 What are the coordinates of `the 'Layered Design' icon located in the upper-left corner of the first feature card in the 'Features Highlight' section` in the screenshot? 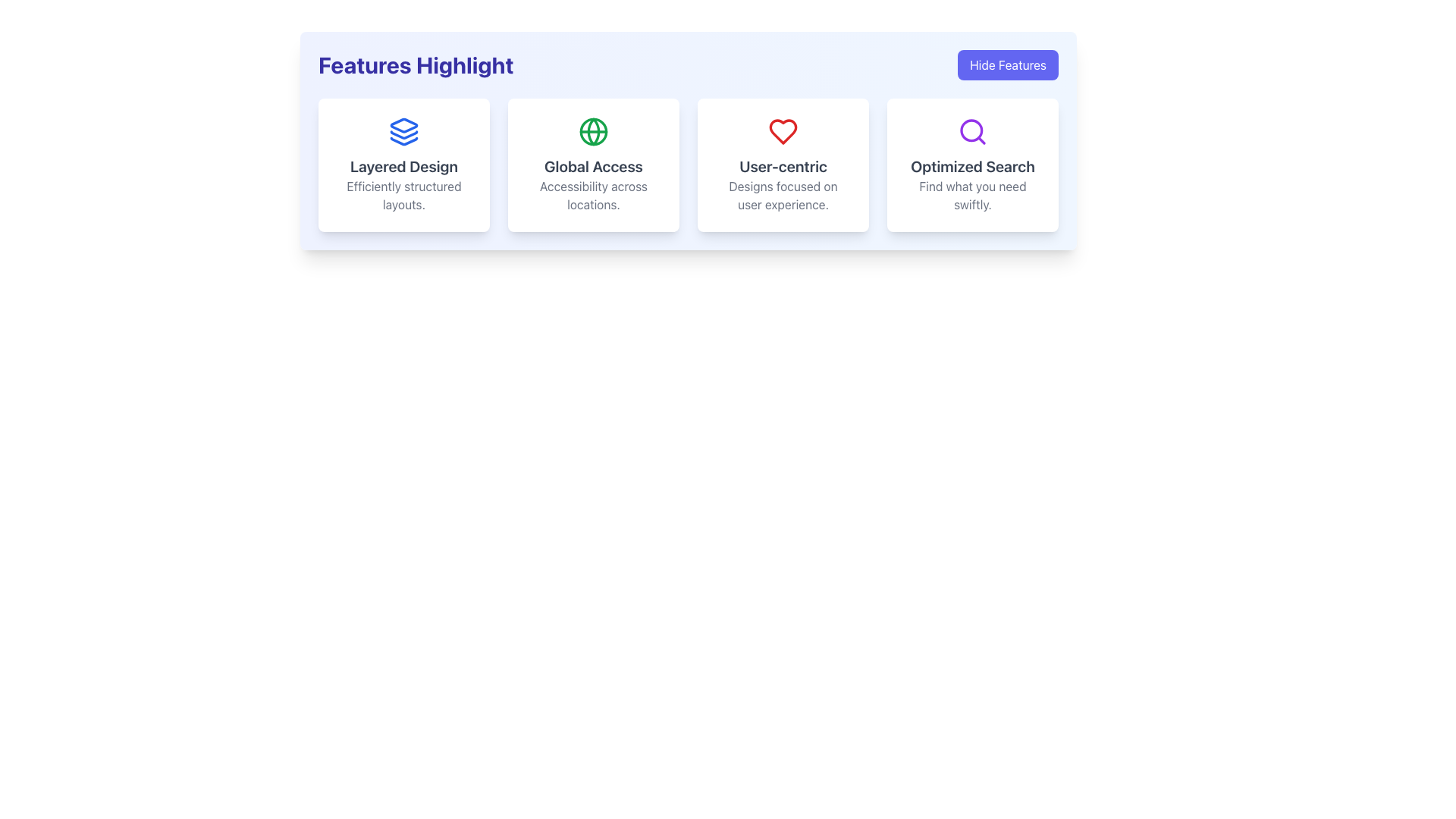 It's located at (403, 124).